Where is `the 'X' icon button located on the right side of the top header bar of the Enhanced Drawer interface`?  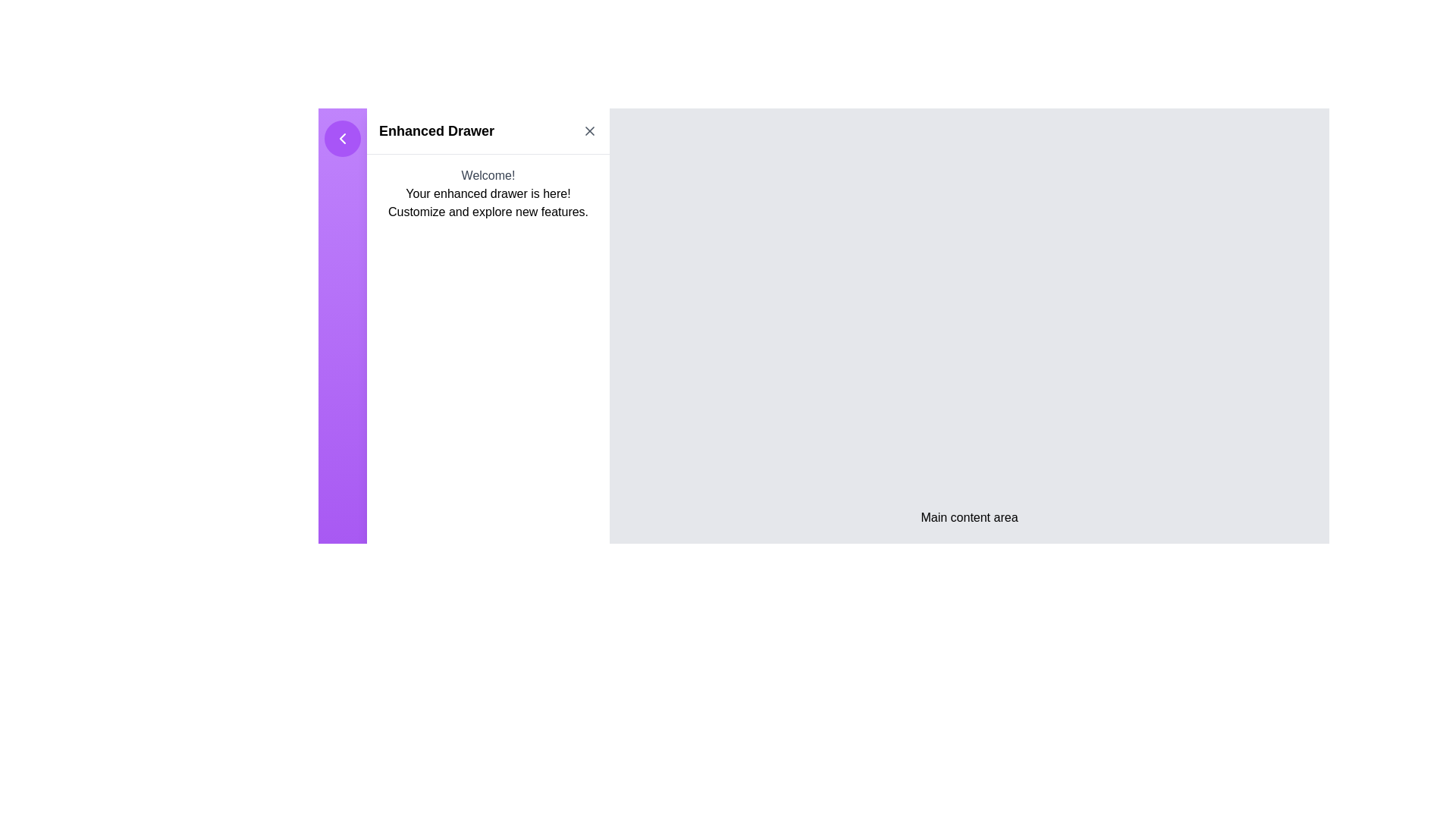 the 'X' icon button located on the right side of the top header bar of the Enhanced Drawer interface is located at coordinates (588, 130).